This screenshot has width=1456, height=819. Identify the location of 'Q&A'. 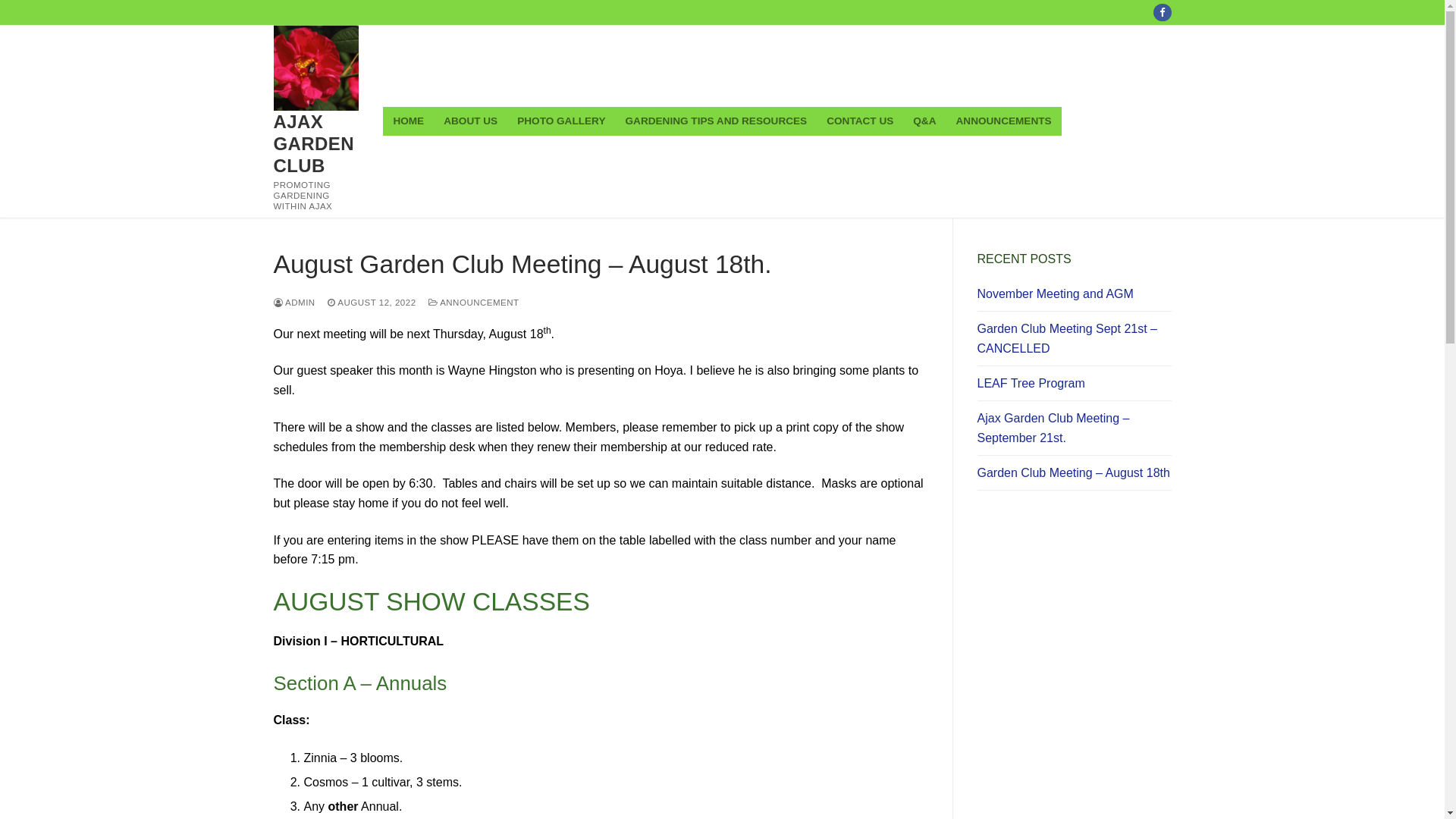
(924, 120).